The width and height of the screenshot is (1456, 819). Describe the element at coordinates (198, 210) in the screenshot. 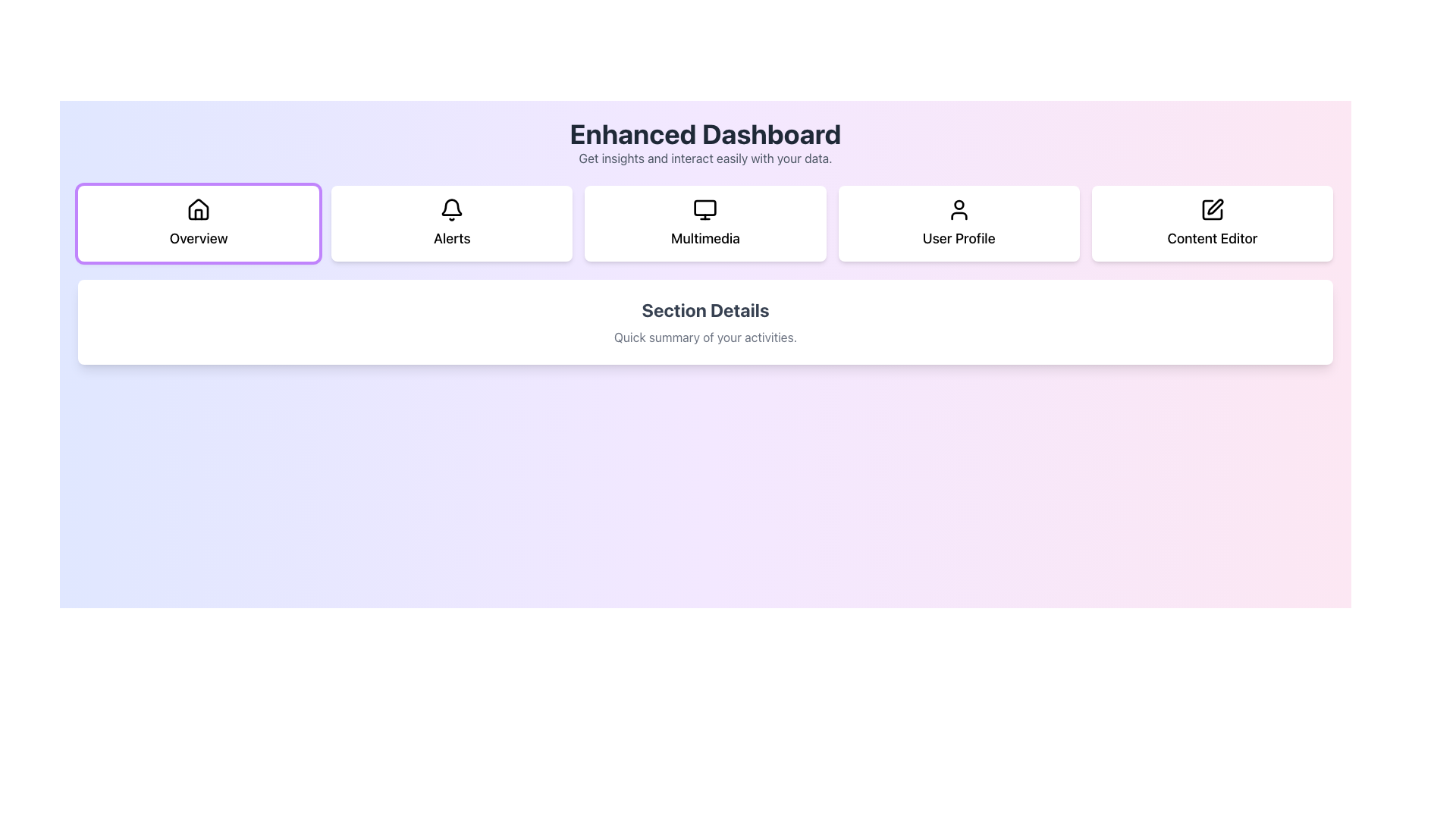

I see `the house icon located above the 'Overview' label in the interface` at that location.